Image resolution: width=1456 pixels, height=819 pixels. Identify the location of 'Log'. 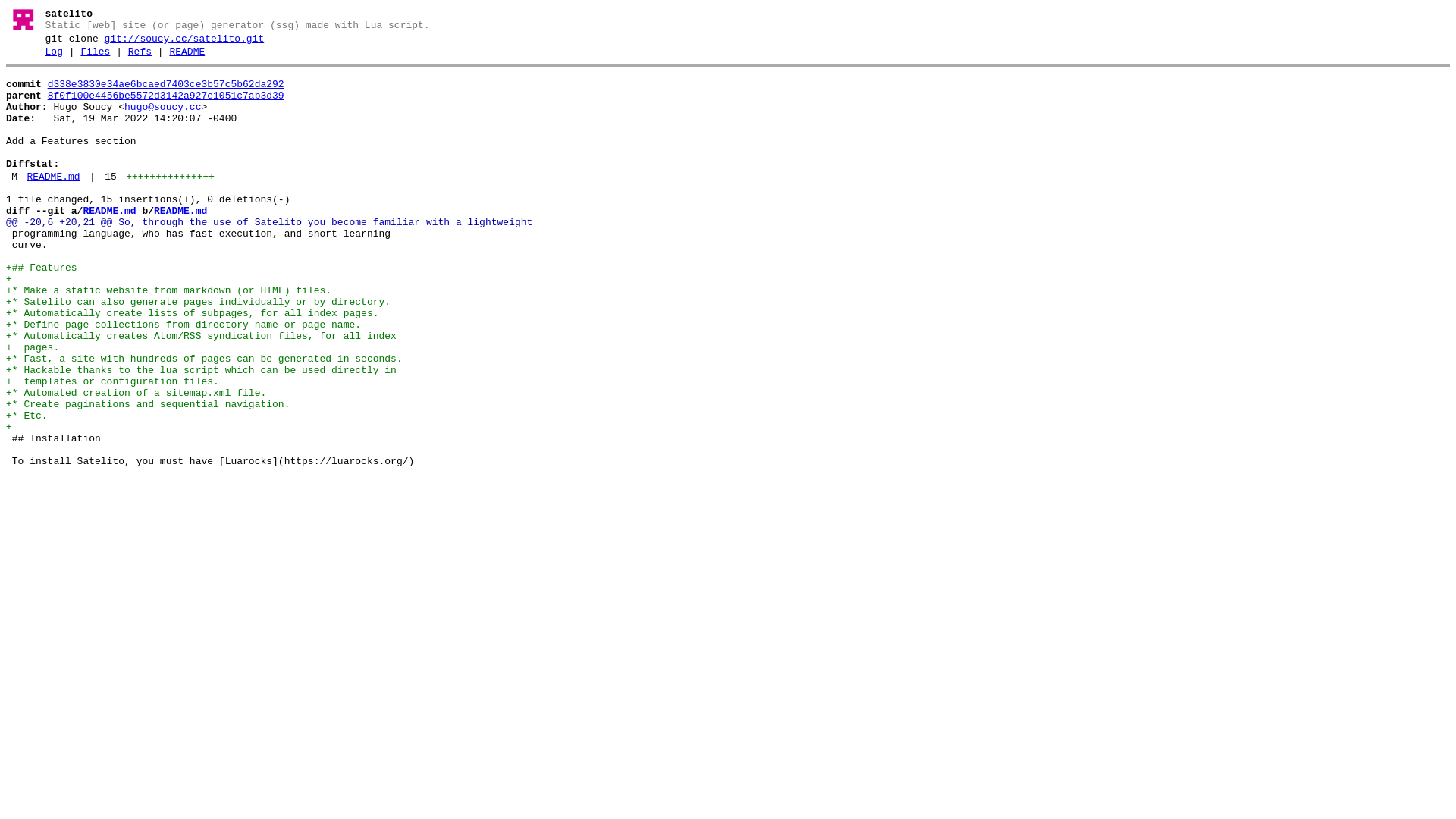
(54, 51).